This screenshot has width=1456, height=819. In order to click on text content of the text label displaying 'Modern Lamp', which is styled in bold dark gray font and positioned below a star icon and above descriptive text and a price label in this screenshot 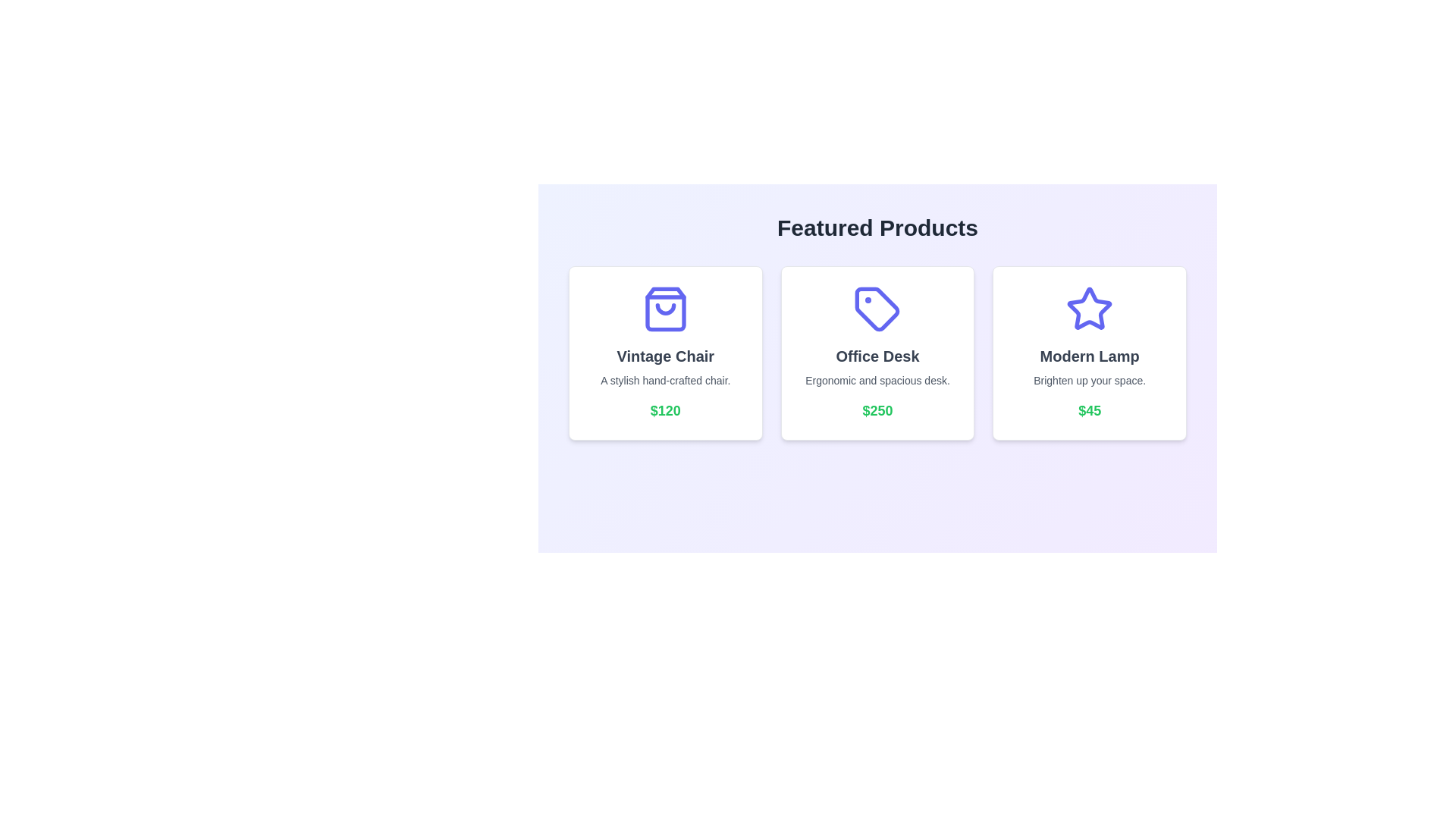, I will do `click(1089, 356)`.